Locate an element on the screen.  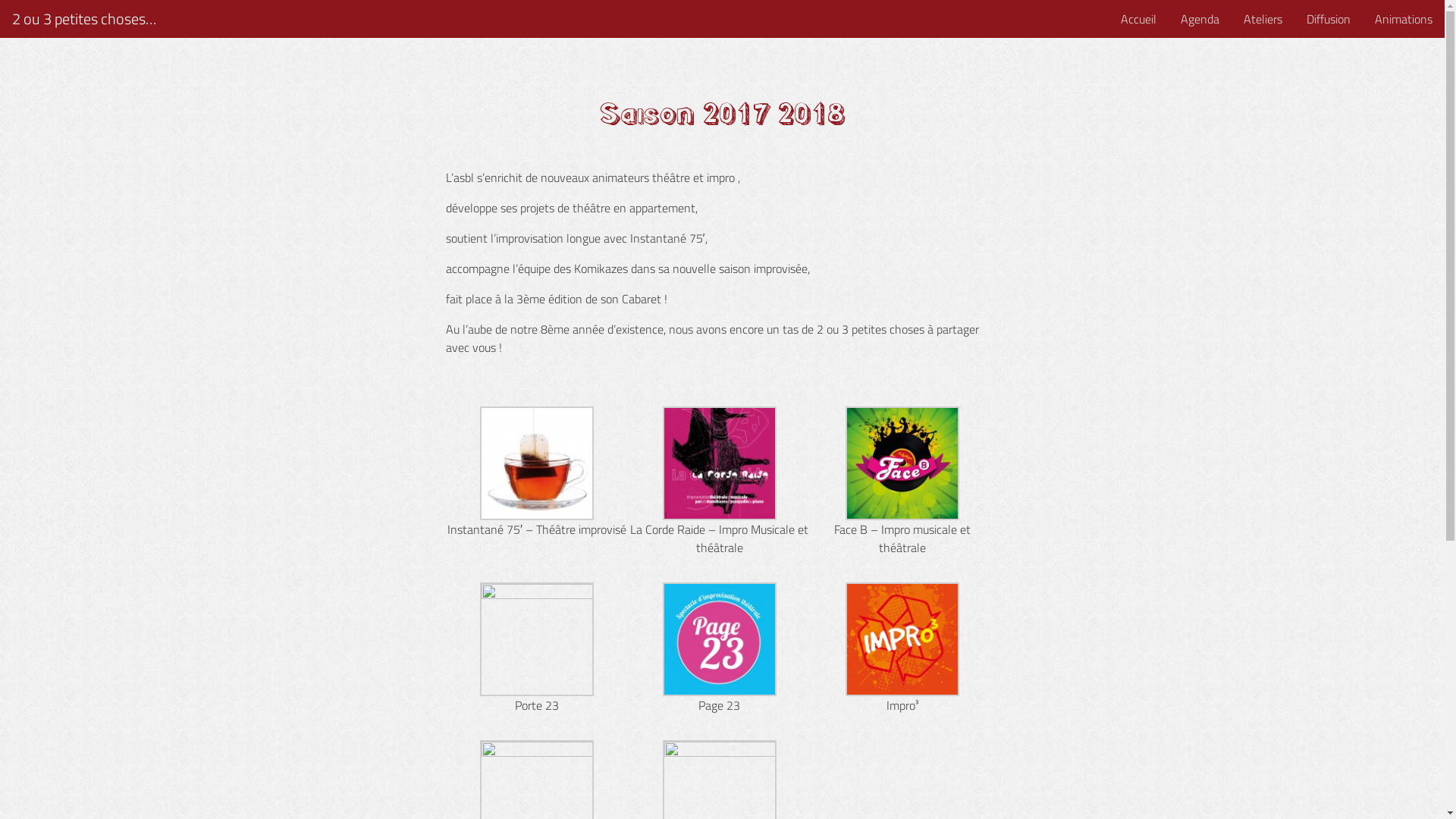
'Animations' is located at coordinates (1362, 18).